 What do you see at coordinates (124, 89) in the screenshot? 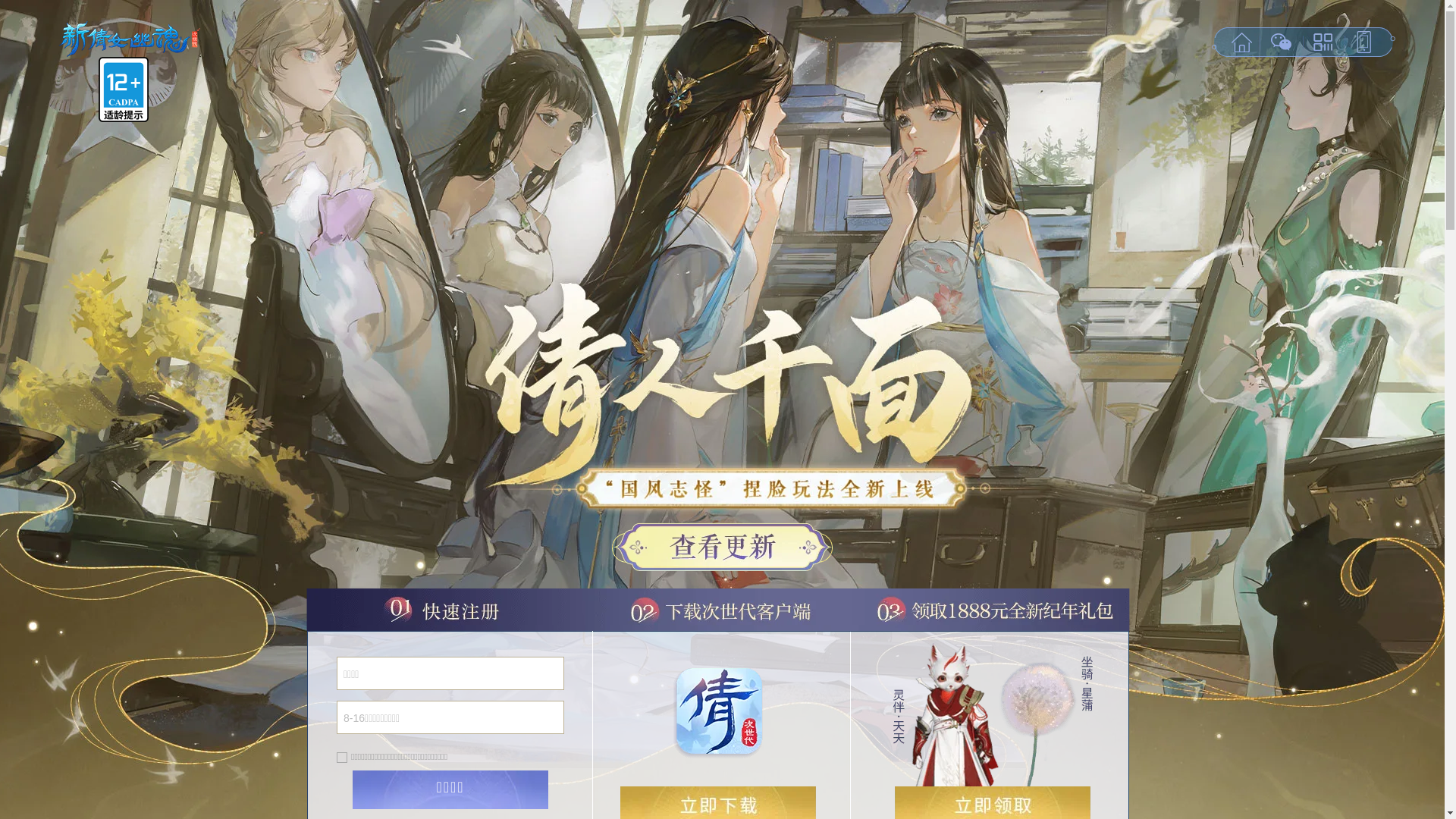
I see `'12+'` at bounding box center [124, 89].